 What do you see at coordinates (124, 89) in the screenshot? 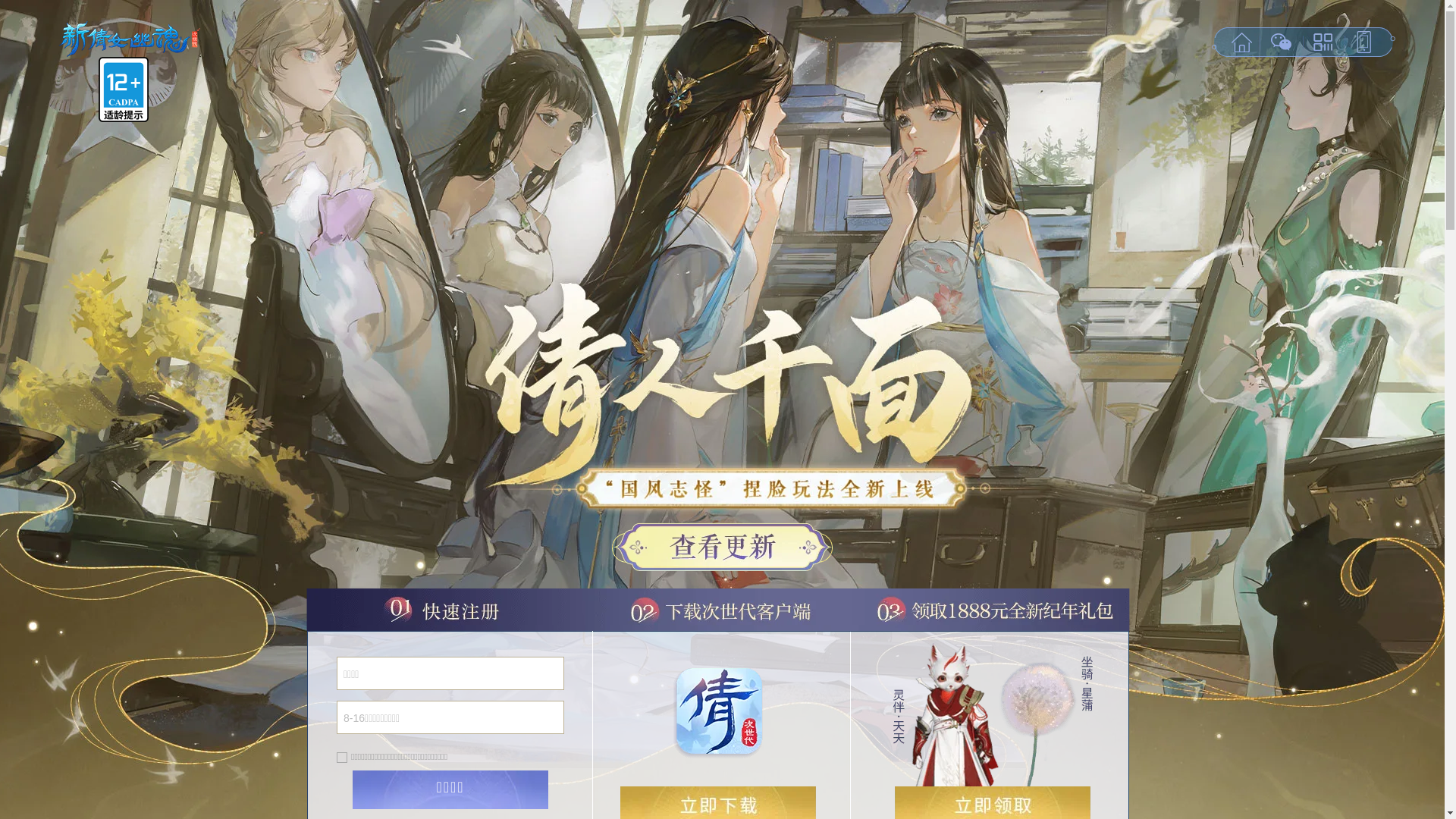
I see `'12+'` at bounding box center [124, 89].